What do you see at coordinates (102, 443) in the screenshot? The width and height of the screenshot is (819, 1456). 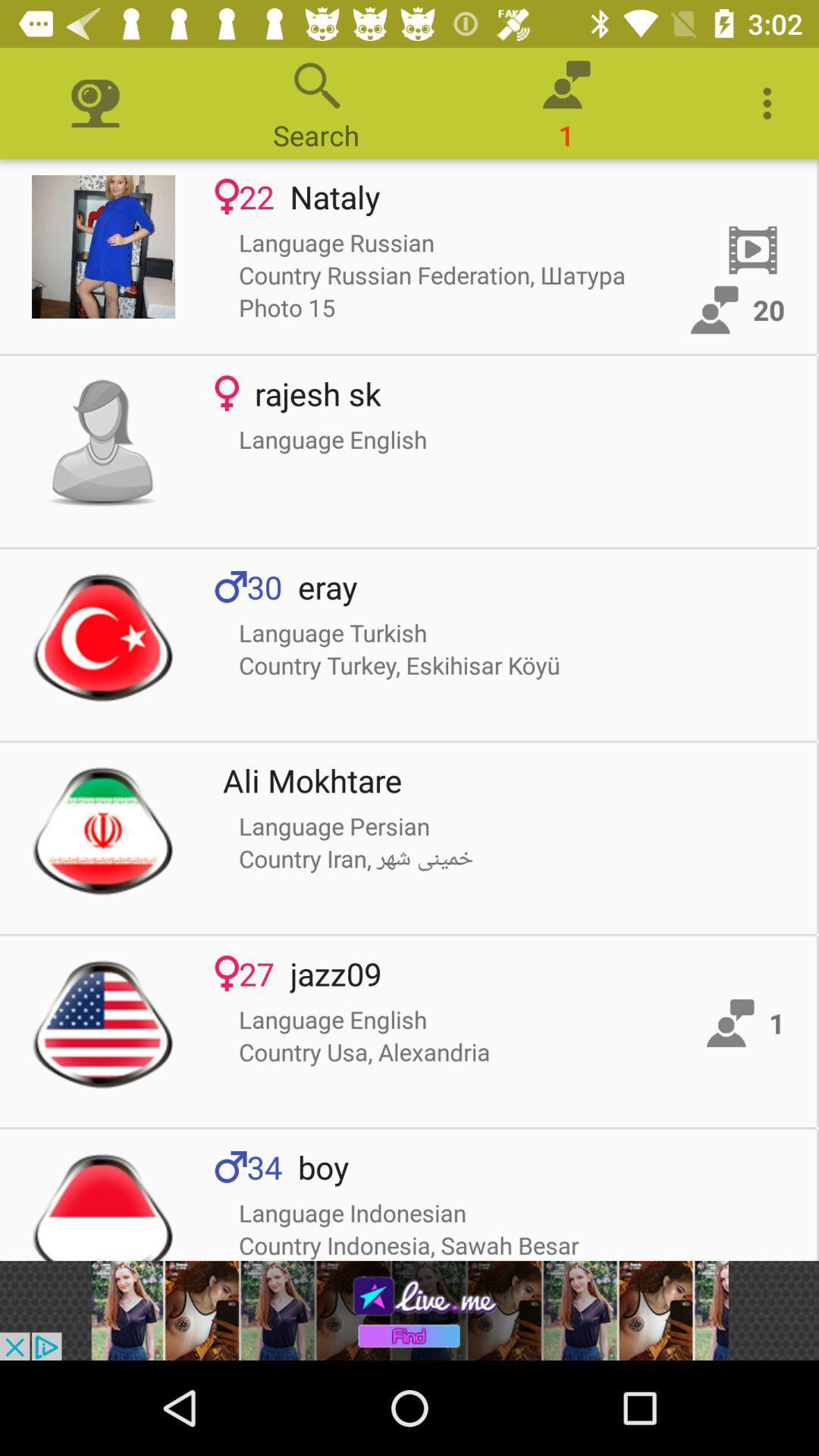 I see `this profile` at bounding box center [102, 443].